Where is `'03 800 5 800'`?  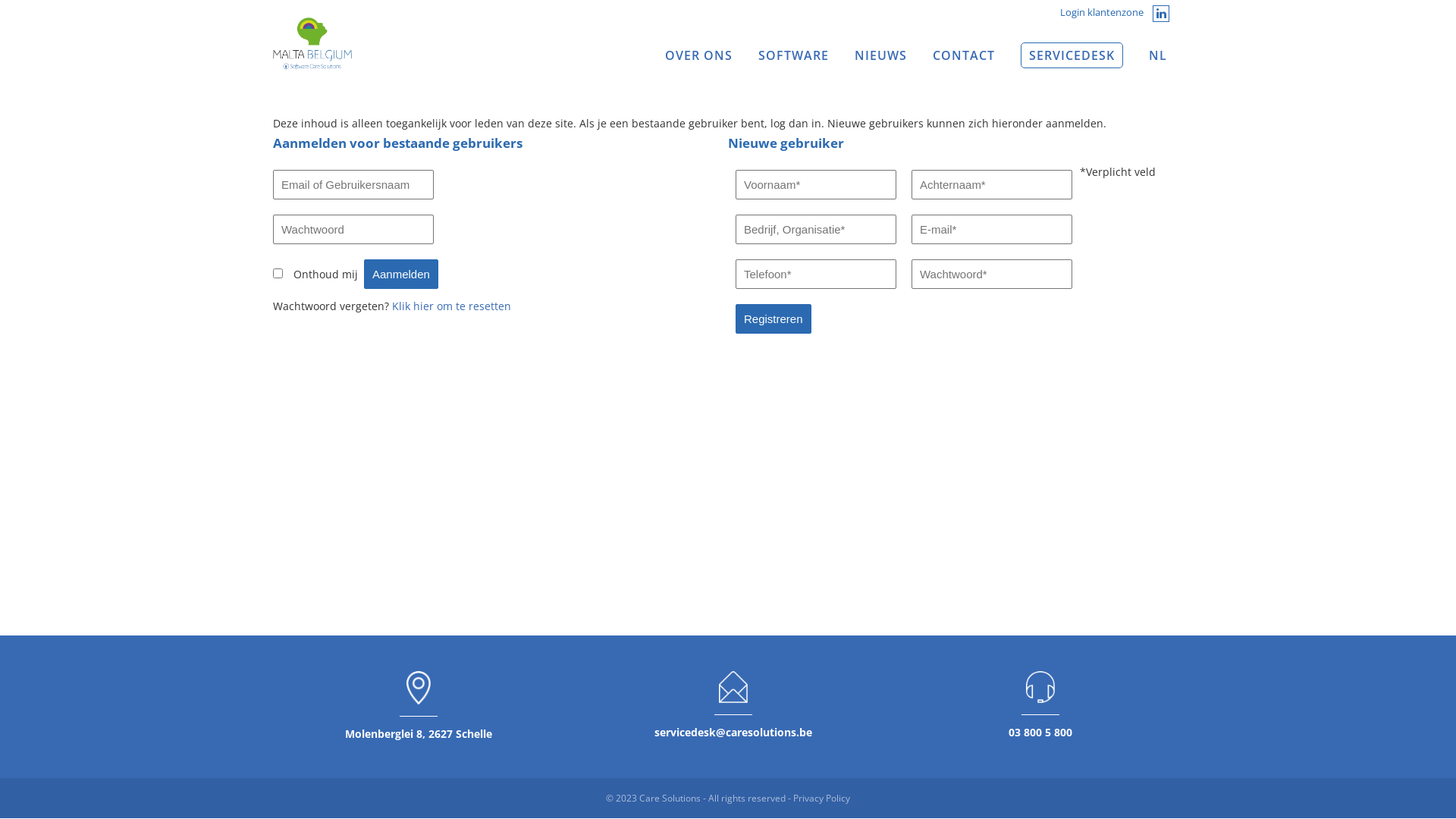 '03 800 5 800' is located at coordinates (1040, 731).